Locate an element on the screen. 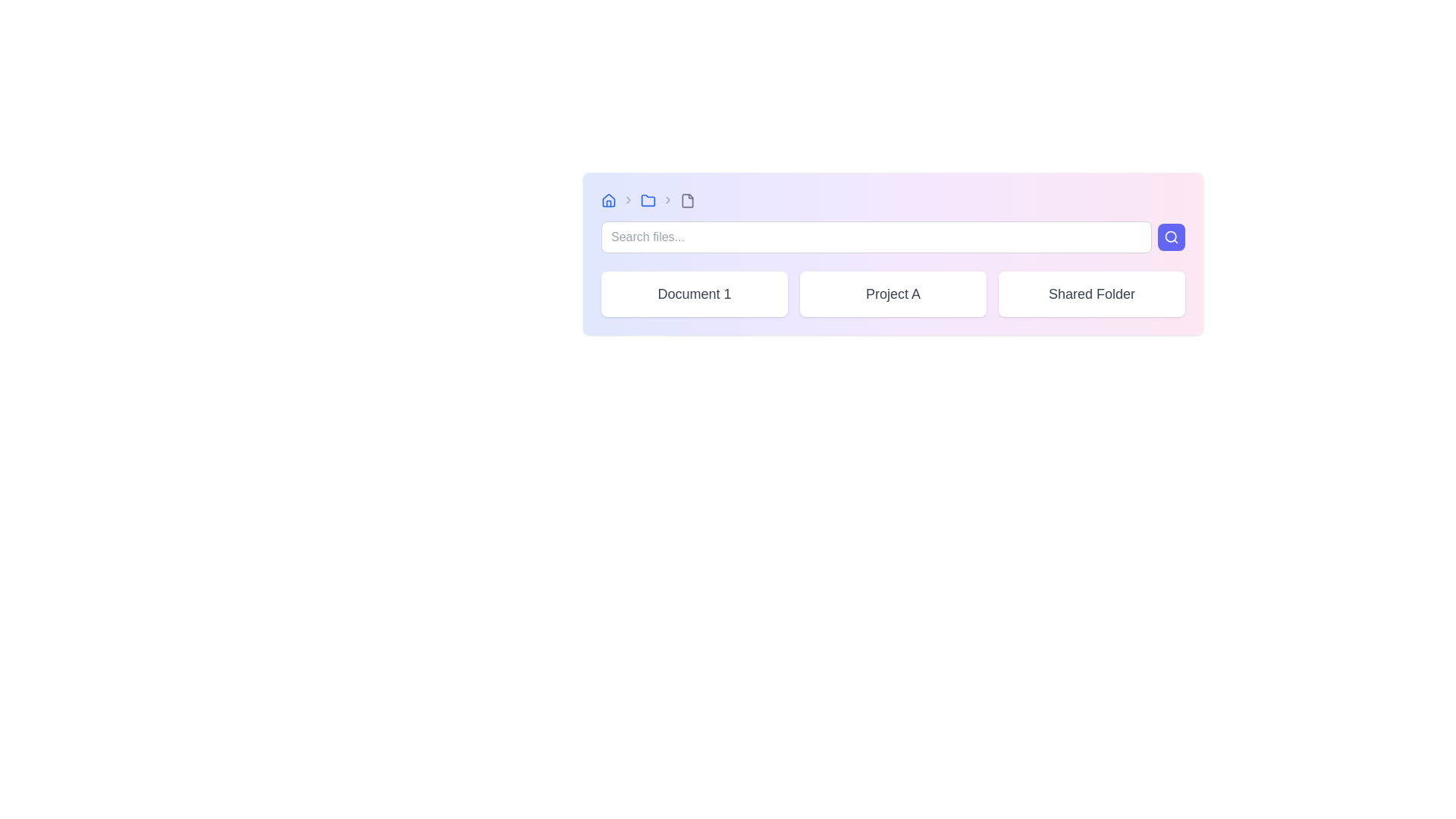 This screenshot has height=819, width=1456. the gray document icon in the breadcrumb navigation bar to focus on it is located at coordinates (687, 199).